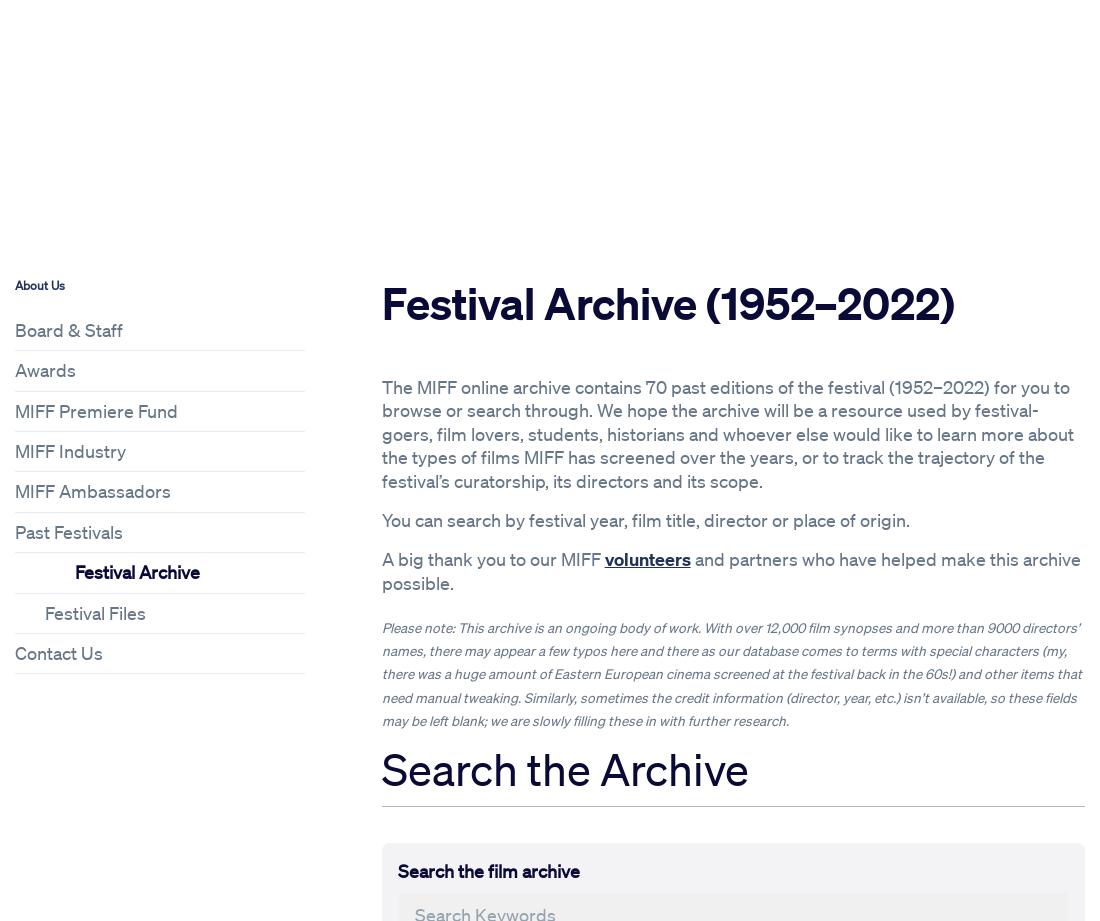 This screenshot has width=1100, height=921. What do you see at coordinates (645, 517) in the screenshot?
I see `'You can search by festival year, film title, director or place of origin.'` at bounding box center [645, 517].